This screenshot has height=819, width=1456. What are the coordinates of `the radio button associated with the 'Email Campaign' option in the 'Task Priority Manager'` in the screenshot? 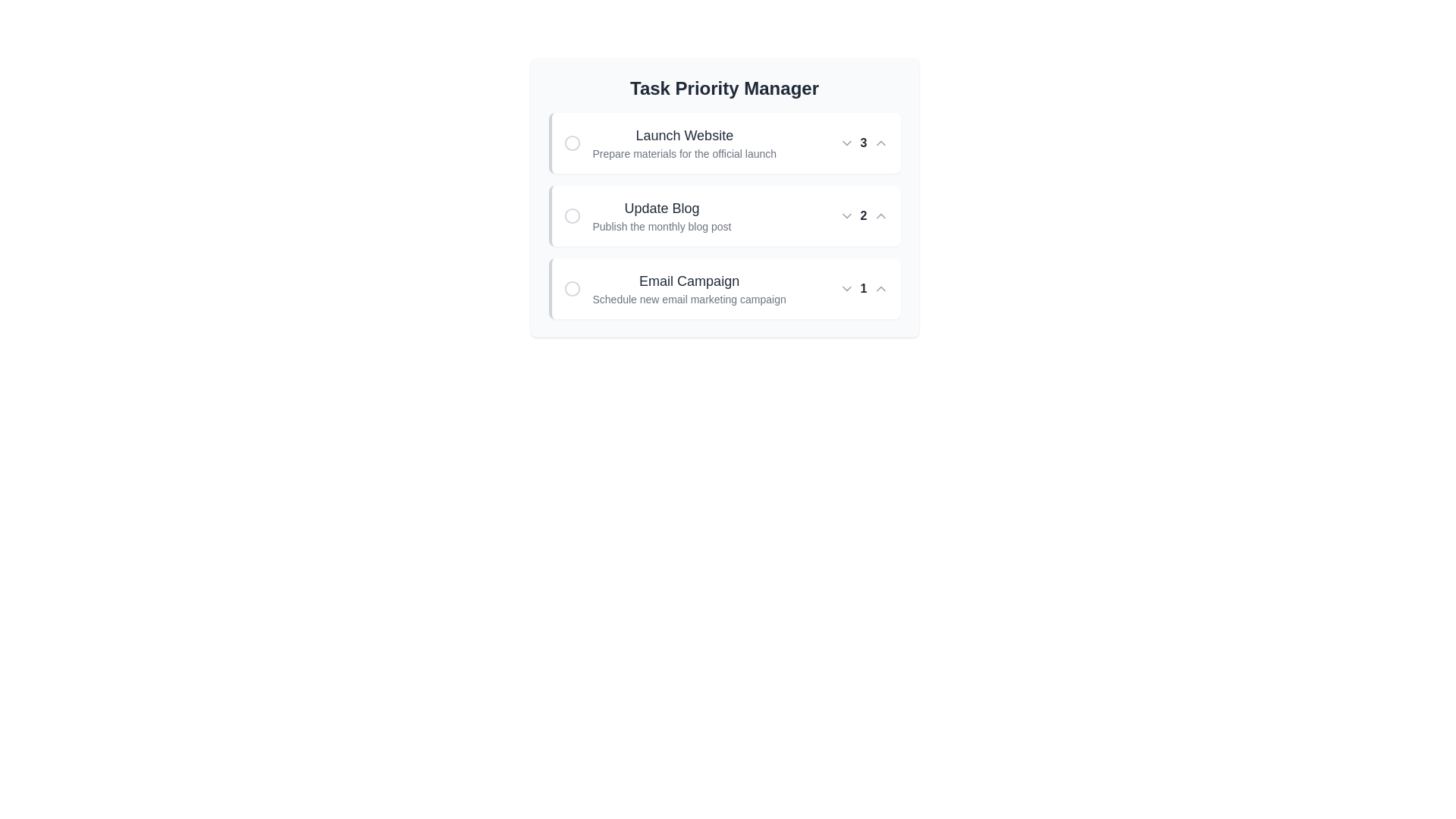 It's located at (571, 289).